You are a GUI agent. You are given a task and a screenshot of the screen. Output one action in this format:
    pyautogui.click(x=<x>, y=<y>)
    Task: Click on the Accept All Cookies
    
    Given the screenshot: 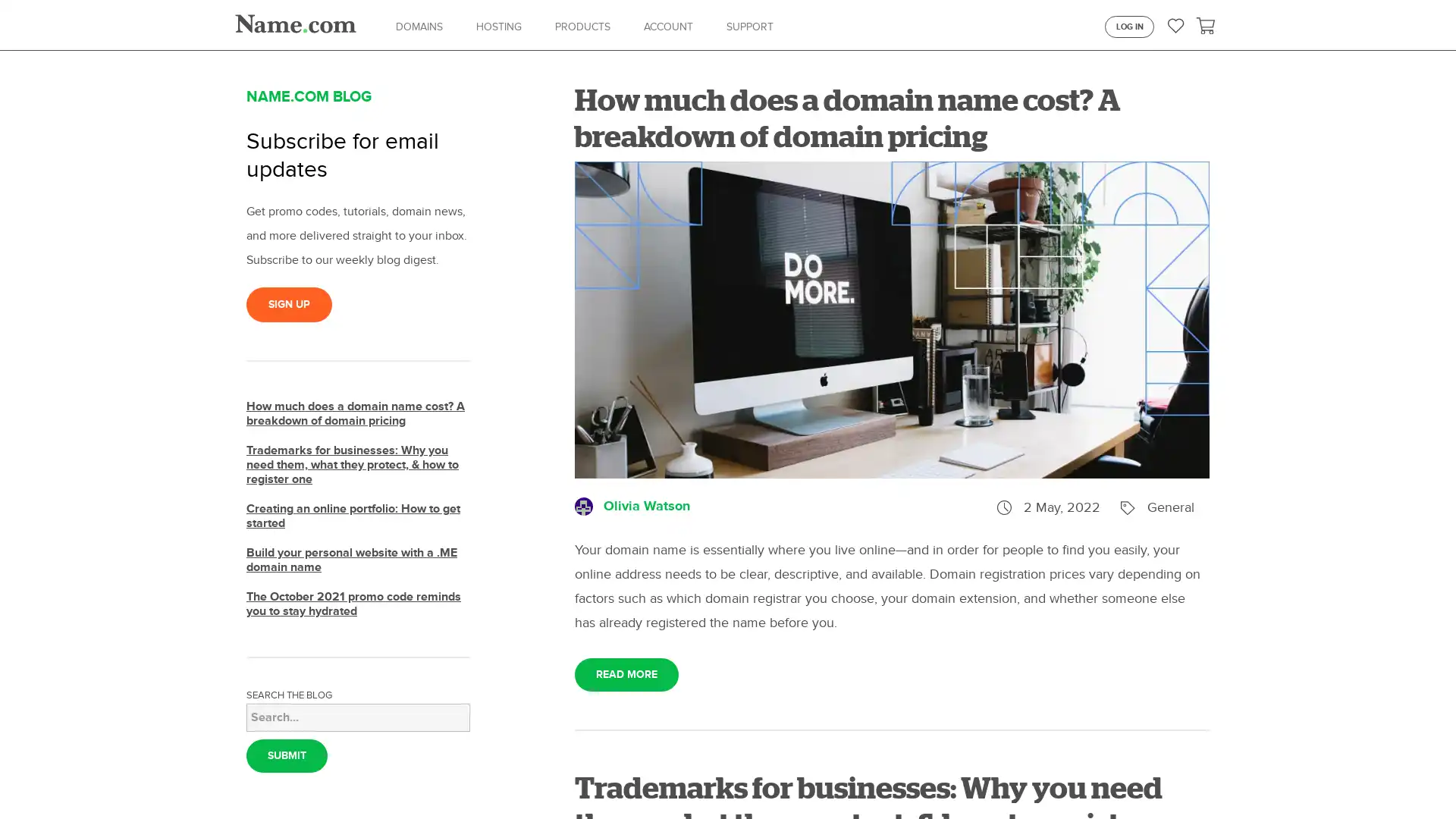 What is the action you would take?
    pyautogui.click(x=1169, y=778)
    